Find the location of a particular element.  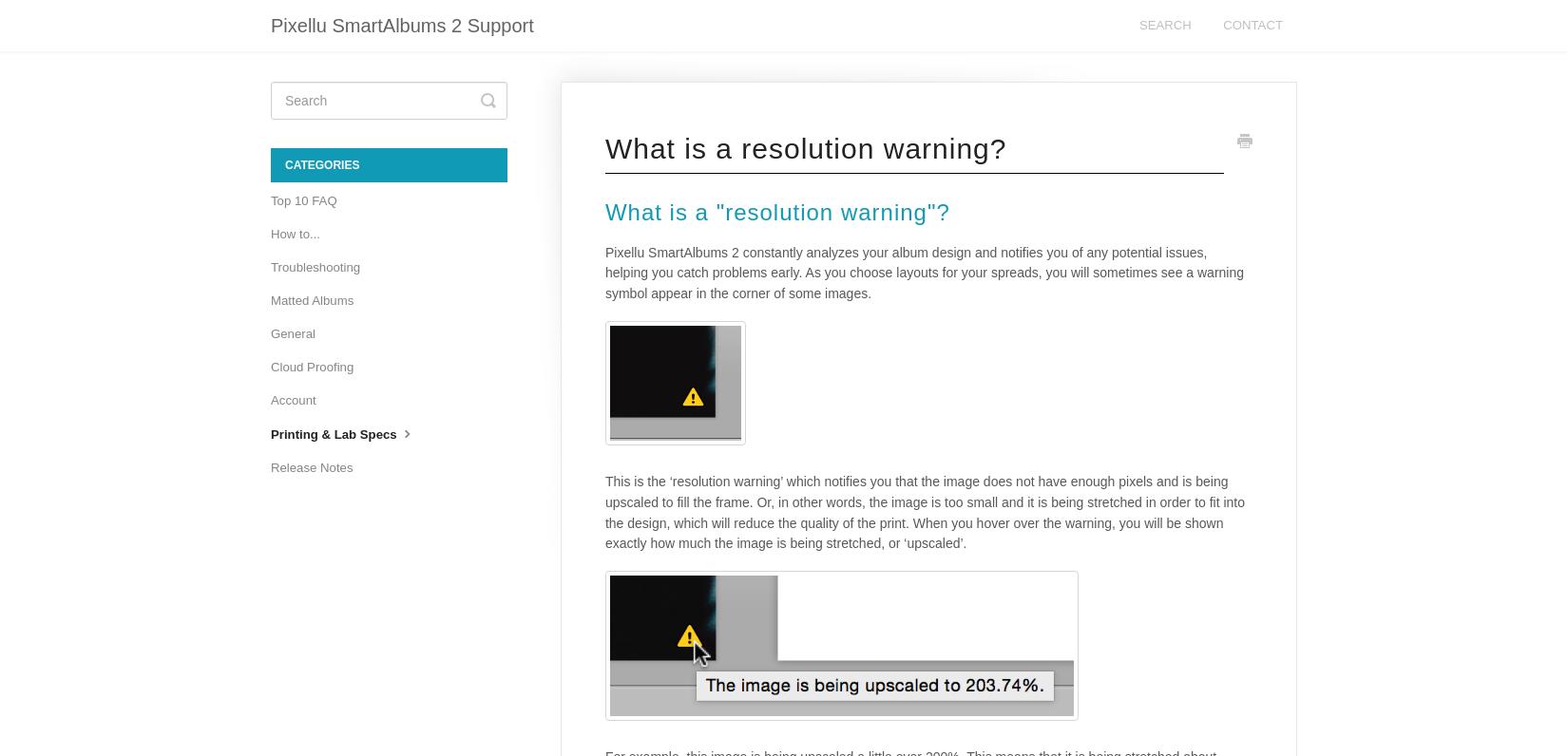

'This is the ‘resolution warning’ which notifies you that the image does not have enough pixels and is being upscaled to fill the frame. Or, in other words, the image is too small and it is being stretched in order to fit into the design, which will reduce the quality of the print. When you hover over the warning, you will be shown exactly how much the image is being stretched, or ‘upscaled’.' is located at coordinates (925, 511).